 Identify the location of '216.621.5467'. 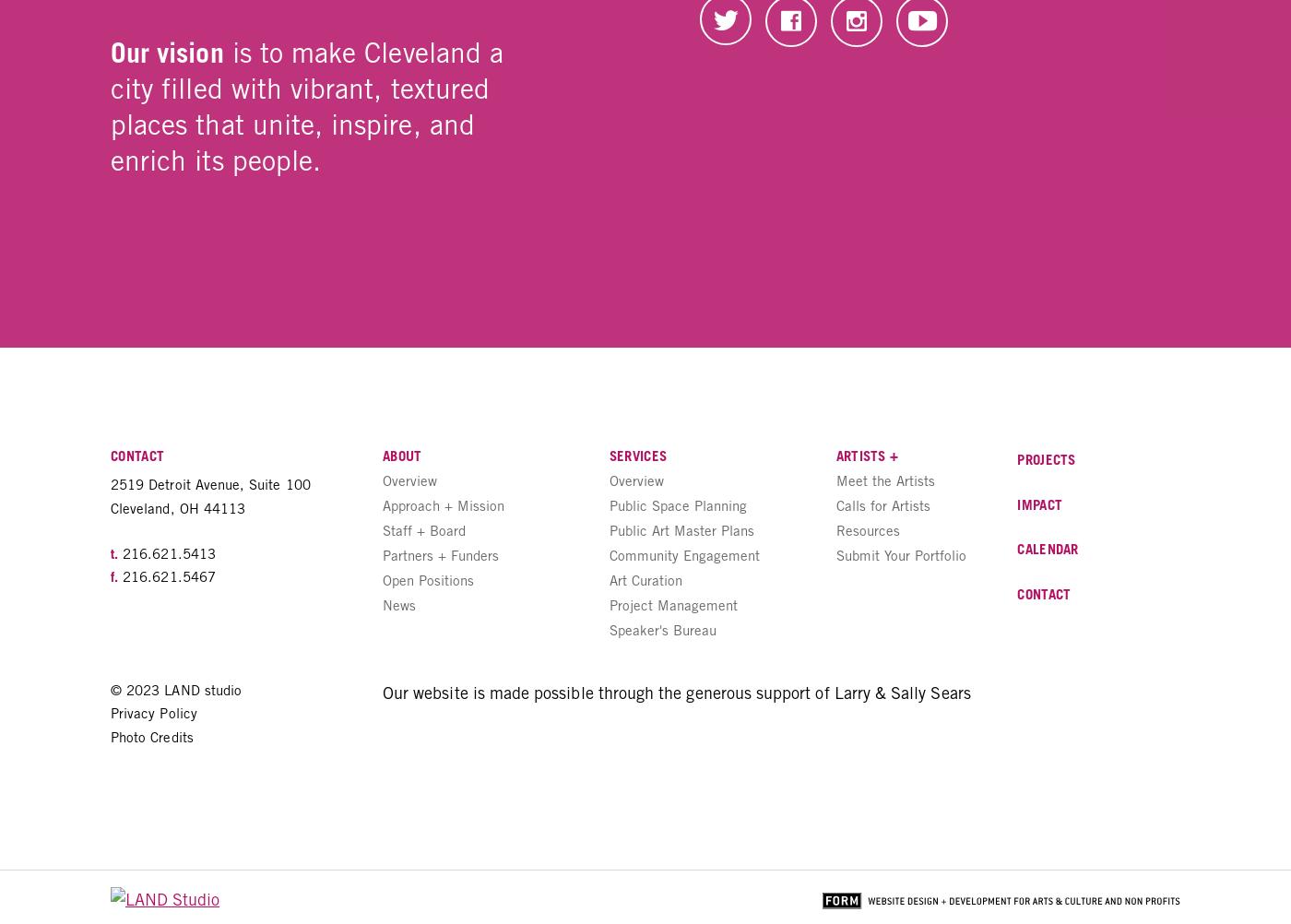
(165, 575).